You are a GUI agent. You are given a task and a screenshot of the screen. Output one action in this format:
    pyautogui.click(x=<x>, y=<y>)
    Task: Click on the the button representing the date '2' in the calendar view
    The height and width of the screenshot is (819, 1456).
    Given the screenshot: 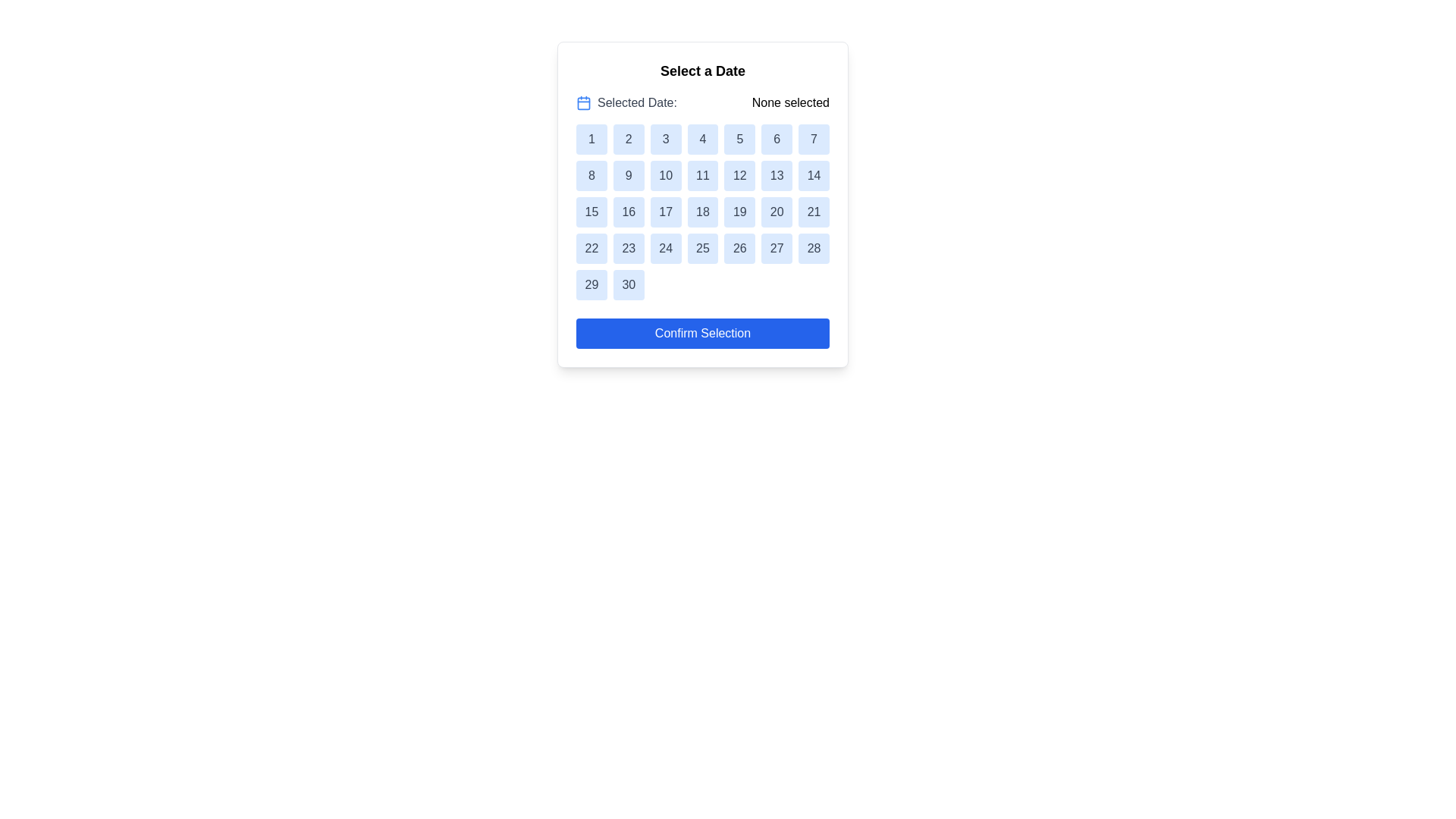 What is the action you would take?
    pyautogui.click(x=629, y=140)
    